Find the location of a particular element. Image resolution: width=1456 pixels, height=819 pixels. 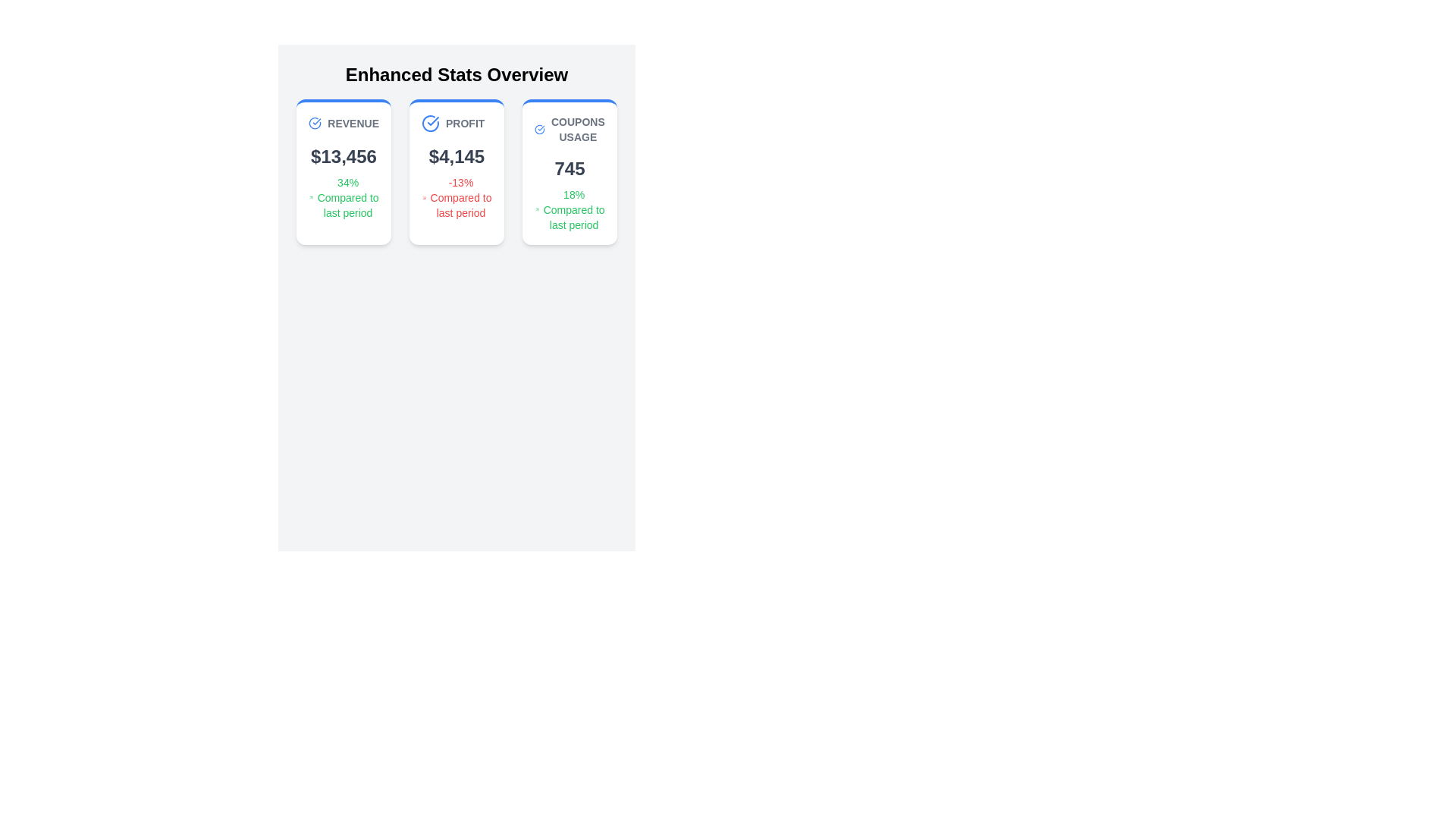

the circular graphic icon with a checkmark inside, which has a blue border and is located to the left of the 'Coupons Usage' text in the top-right card of the statistics group is located at coordinates (539, 128).